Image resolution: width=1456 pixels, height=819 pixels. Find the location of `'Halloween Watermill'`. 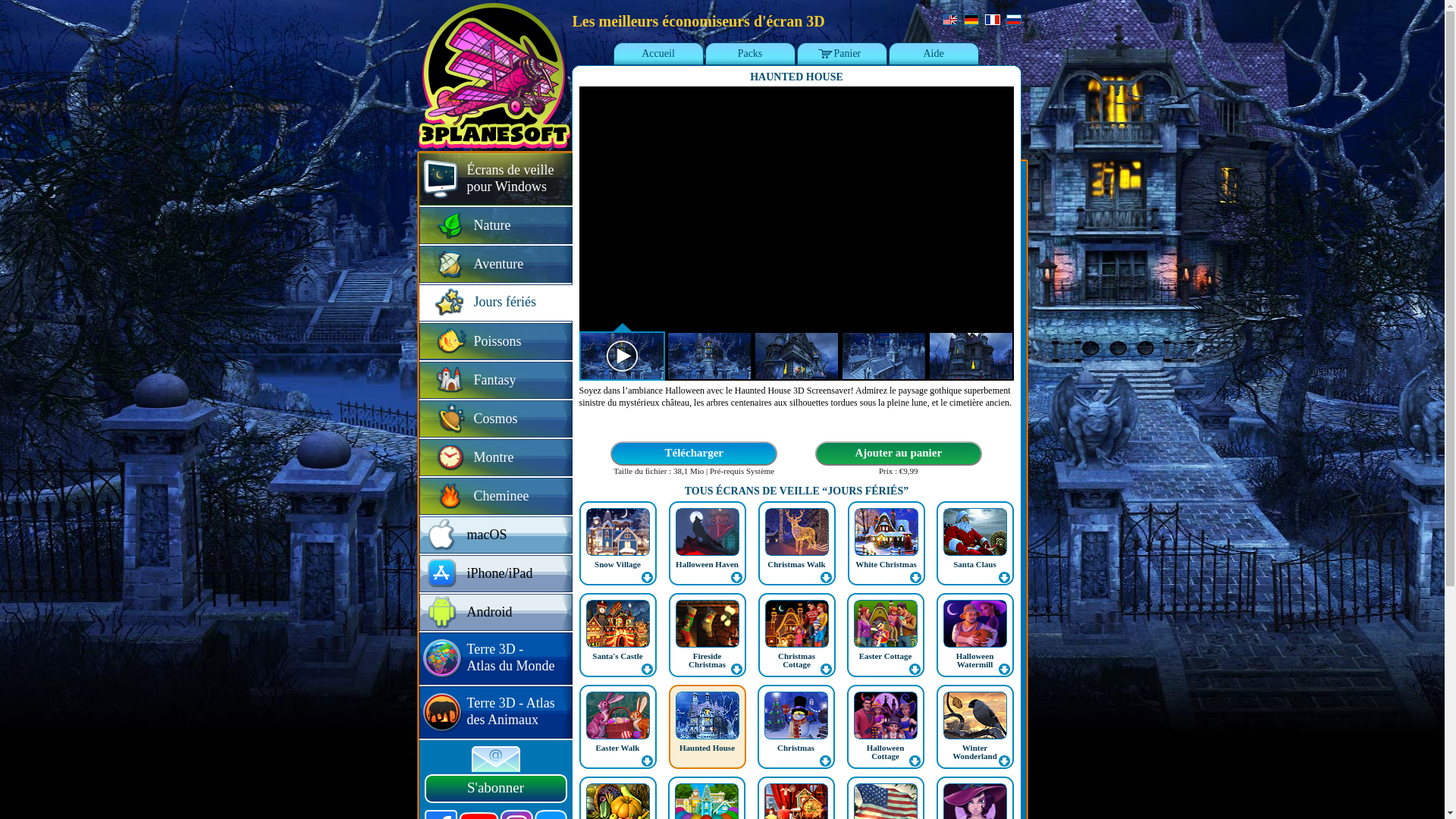

'Halloween Watermill' is located at coordinates (975, 659).